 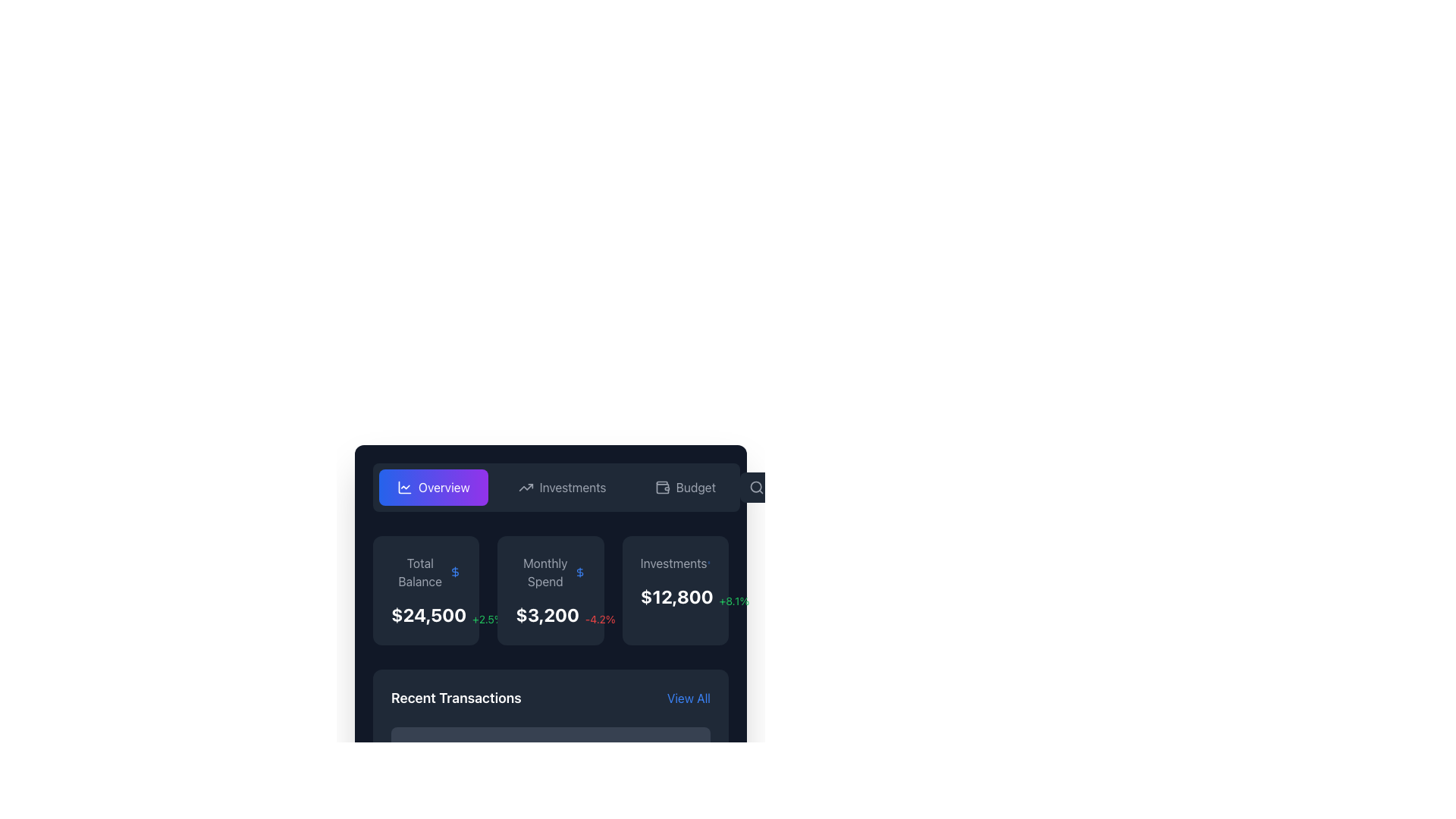 What do you see at coordinates (674, 595) in the screenshot?
I see `the monetary value text display element located within the 'Investments' card, positioned centrally at the bottom right beneath the label` at bounding box center [674, 595].